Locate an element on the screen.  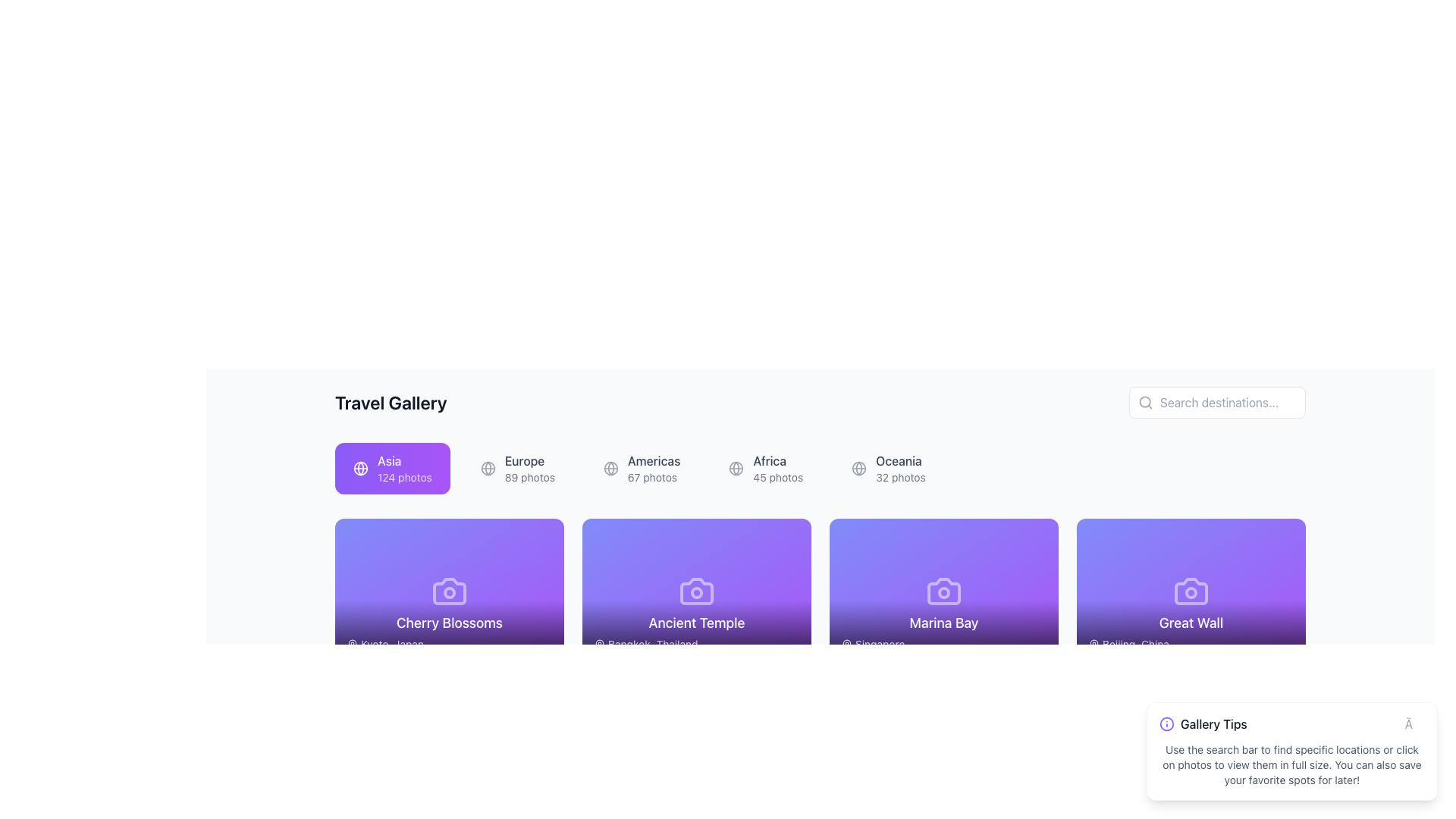
the 'Oceania' text label is located at coordinates (900, 460).